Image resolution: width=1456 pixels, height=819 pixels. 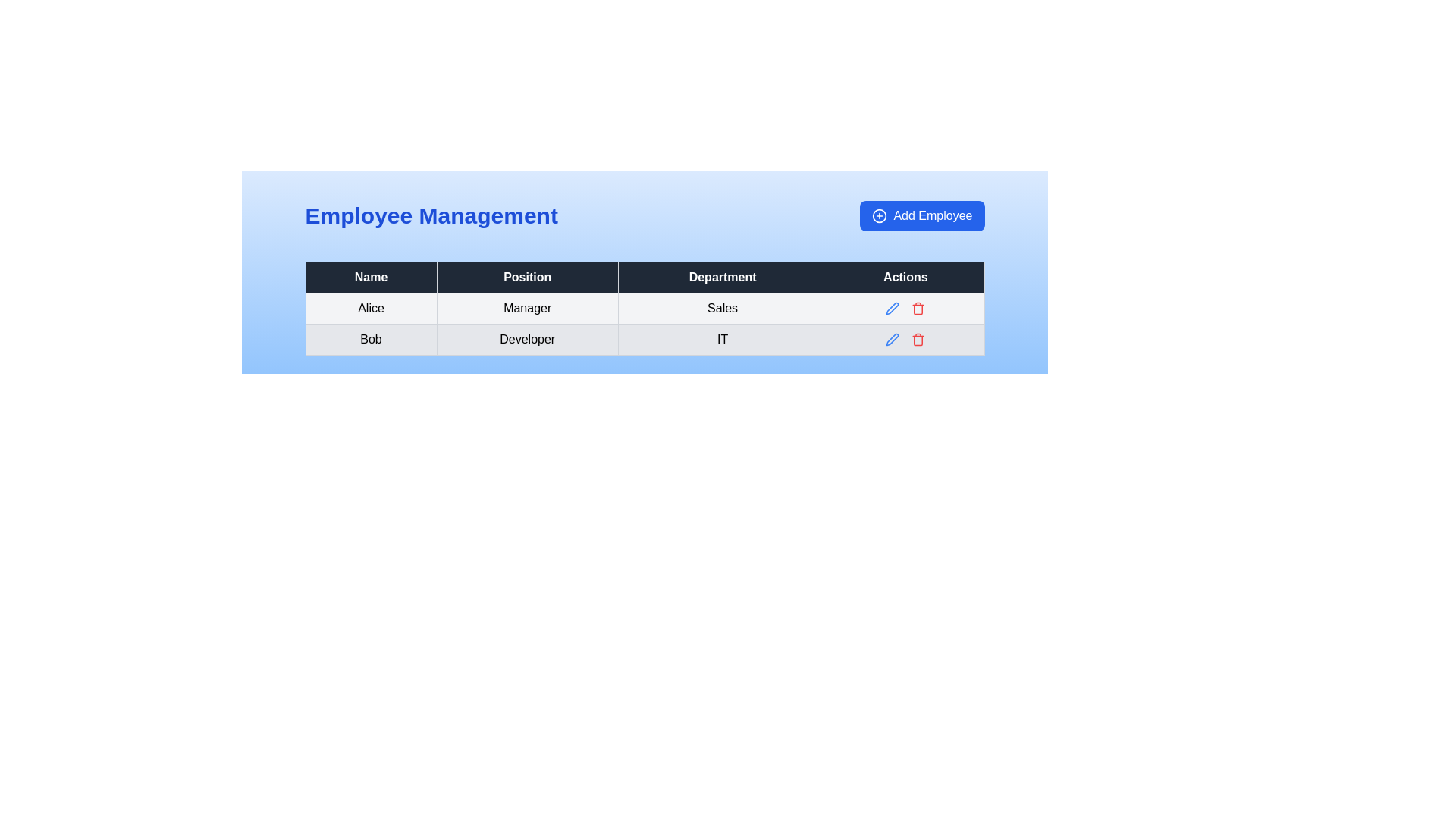 What do you see at coordinates (905, 278) in the screenshot?
I see `the 'Actions' table header cell, which is styled with a dark background and white font, located at the top of the table structure containing 'Name', 'Position', and 'Department' columns` at bounding box center [905, 278].